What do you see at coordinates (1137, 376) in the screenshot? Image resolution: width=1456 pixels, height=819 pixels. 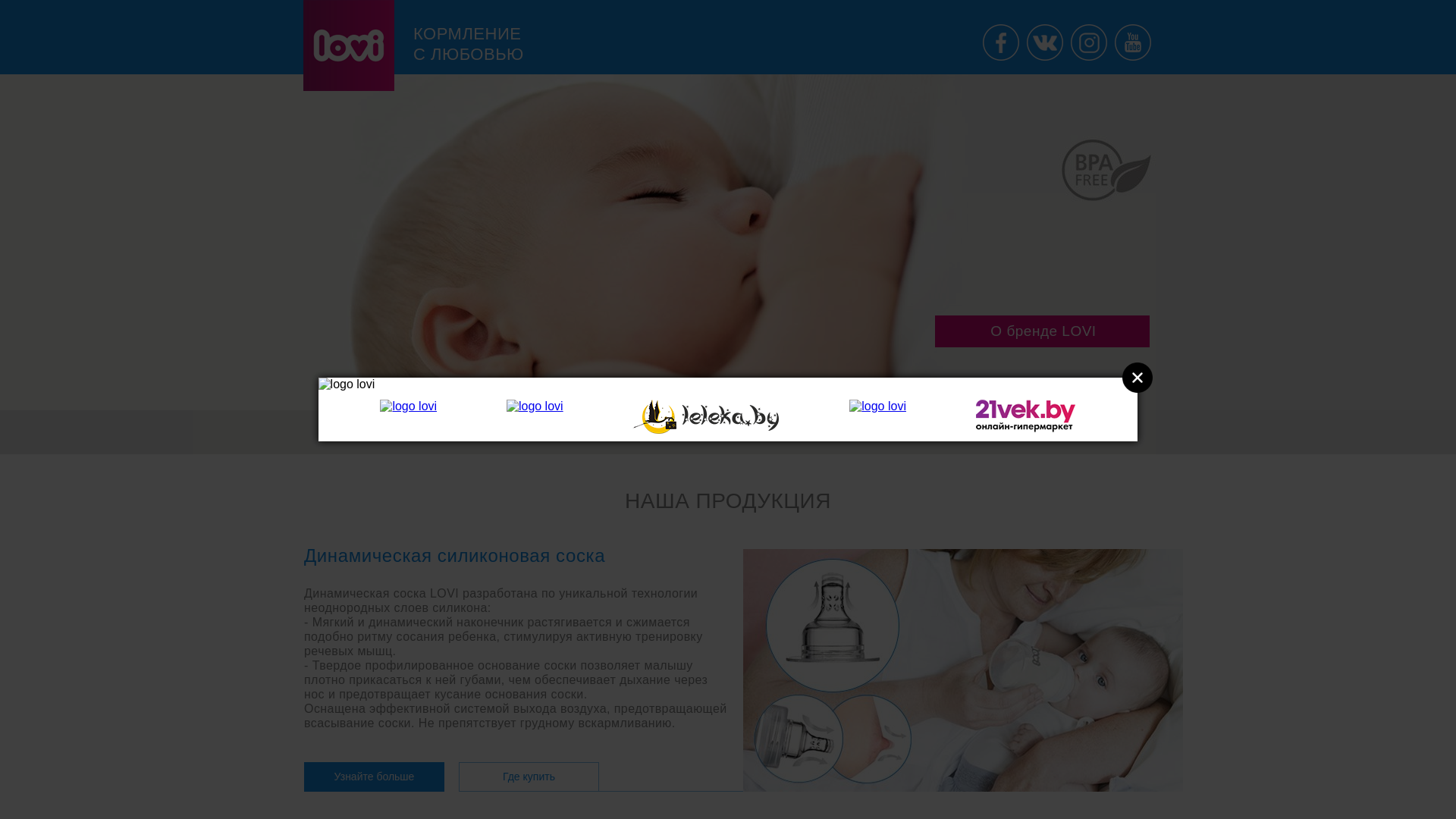 I see `'Close'` at bounding box center [1137, 376].